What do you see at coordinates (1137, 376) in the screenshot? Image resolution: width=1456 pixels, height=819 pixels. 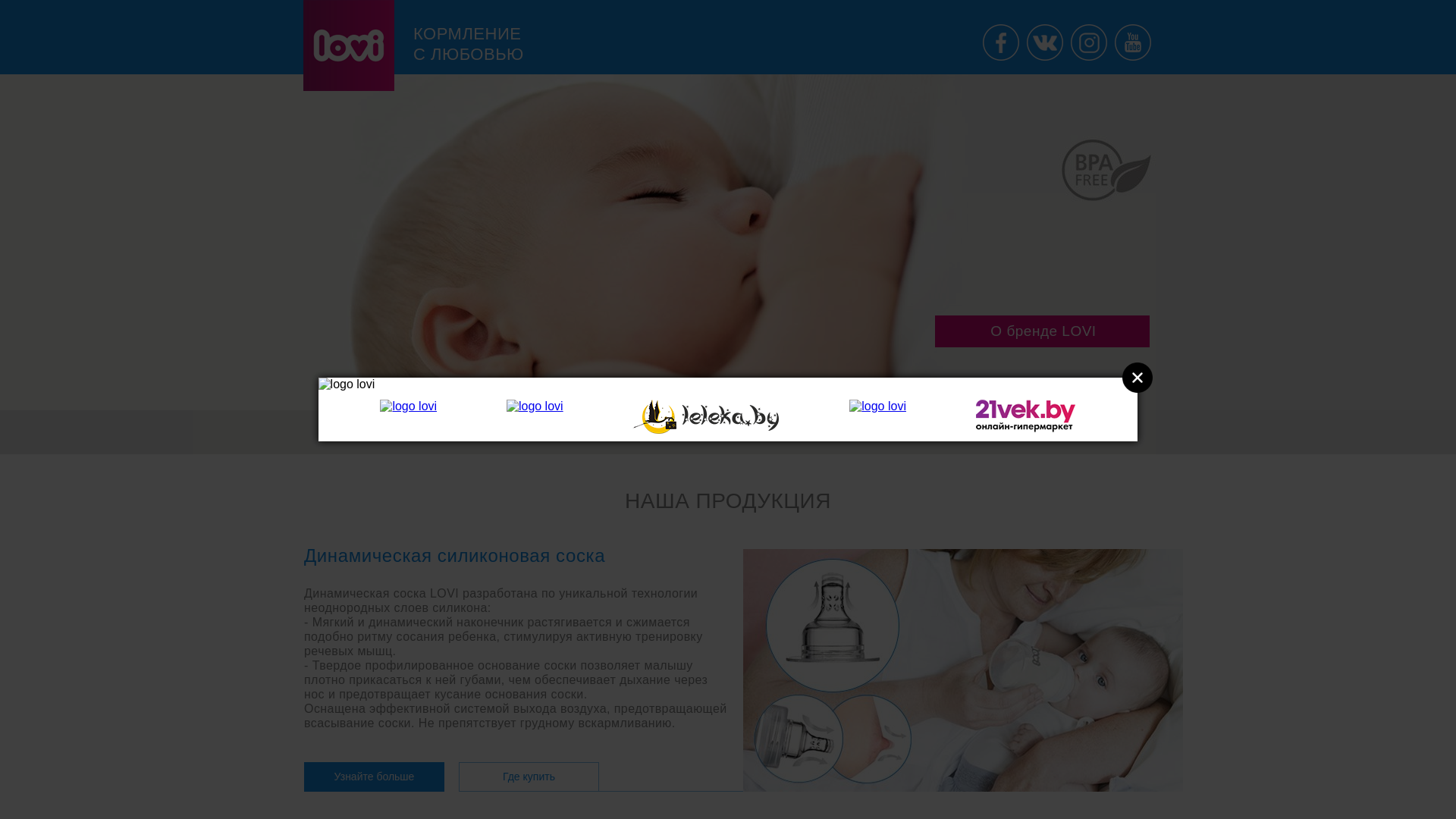 I see `'Close'` at bounding box center [1137, 376].